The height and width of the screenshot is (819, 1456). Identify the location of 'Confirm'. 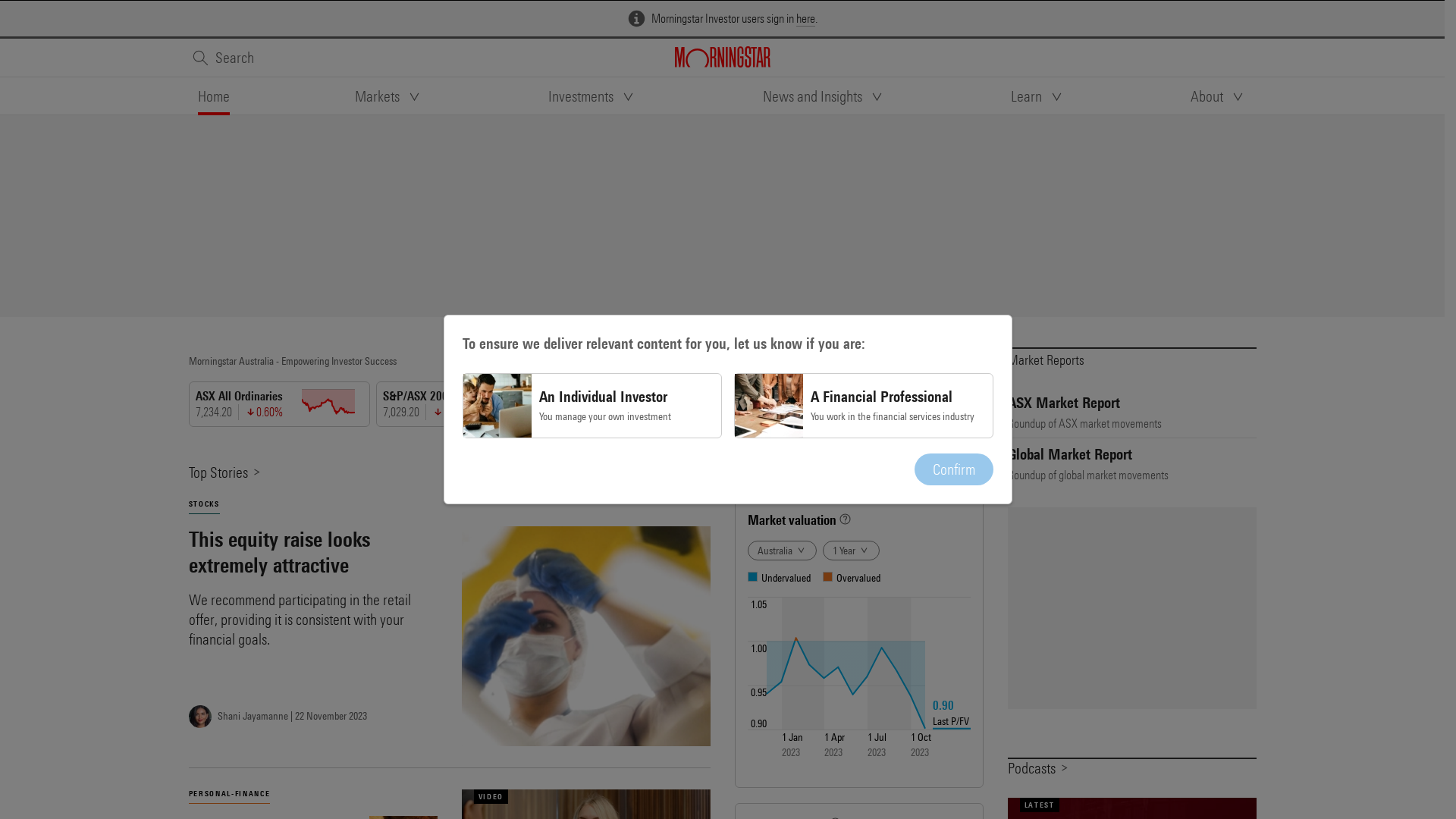
(952, 468).